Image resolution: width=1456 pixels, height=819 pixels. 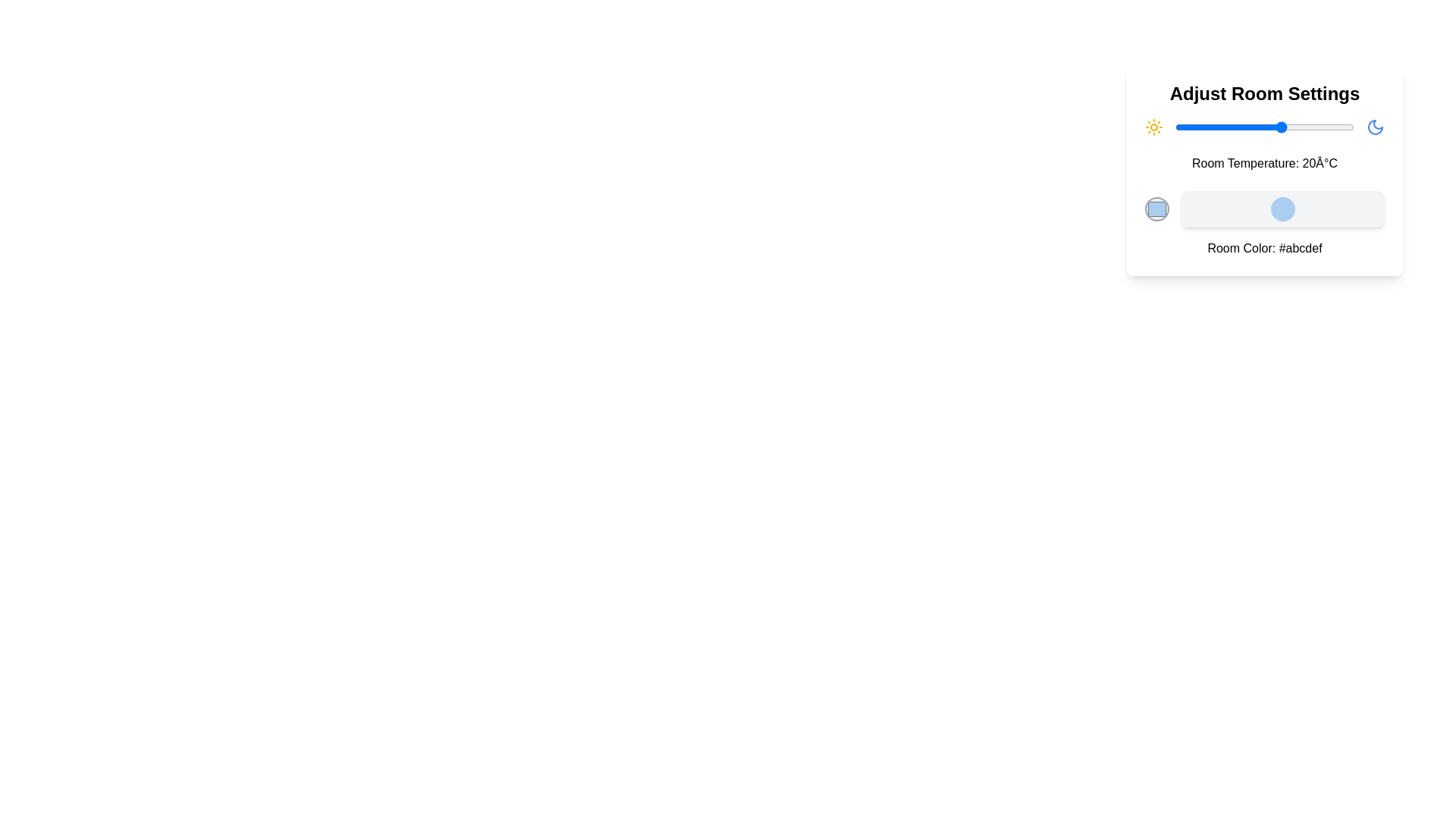 What do you see at coordinates (1314, 127) in the screenshot?
I see `the temperature slider to set the temperature to 29°C` at bounding box center [1314, 127].